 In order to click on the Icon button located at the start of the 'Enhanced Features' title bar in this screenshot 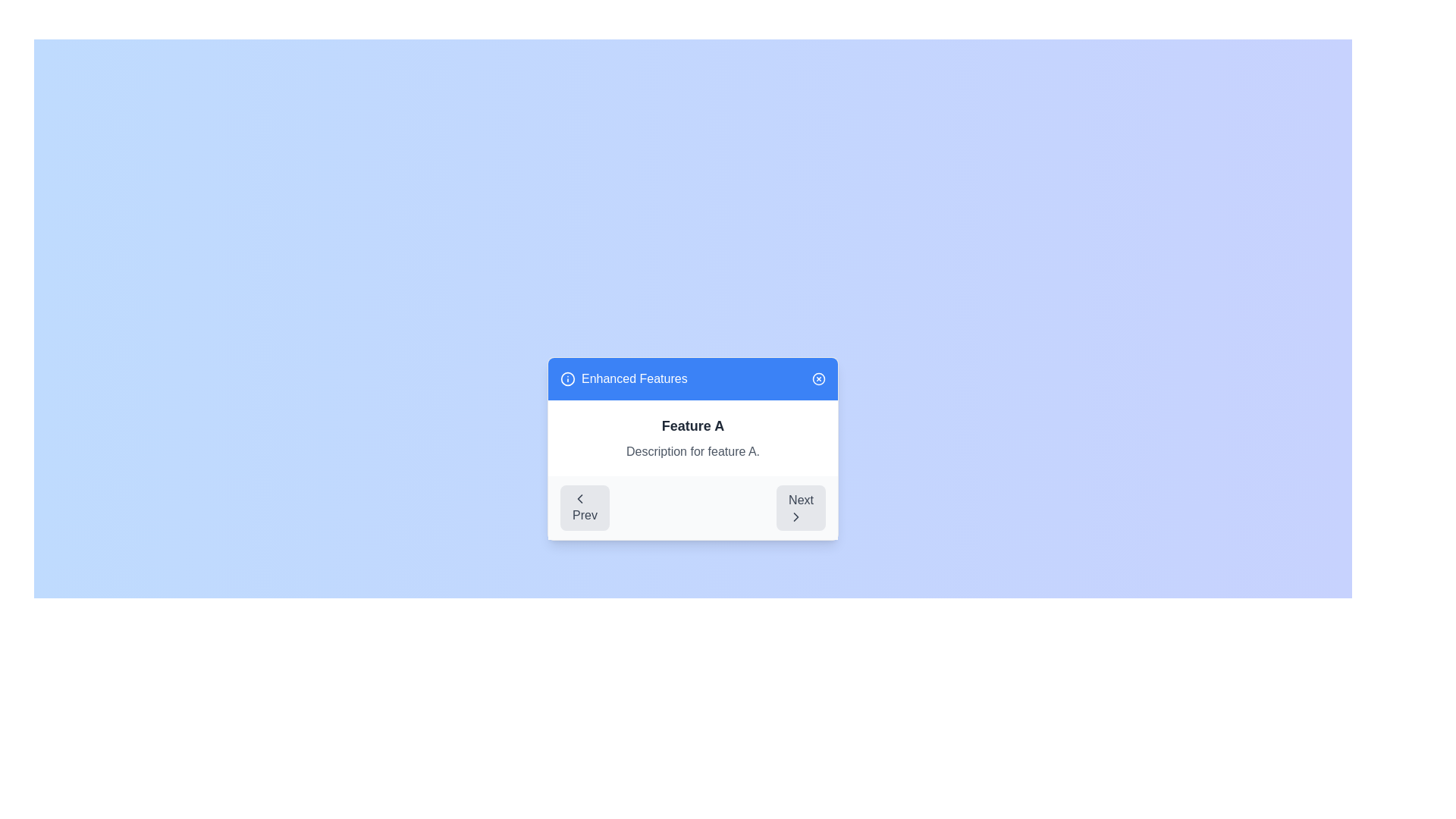, I will do `click(566, 378)`.